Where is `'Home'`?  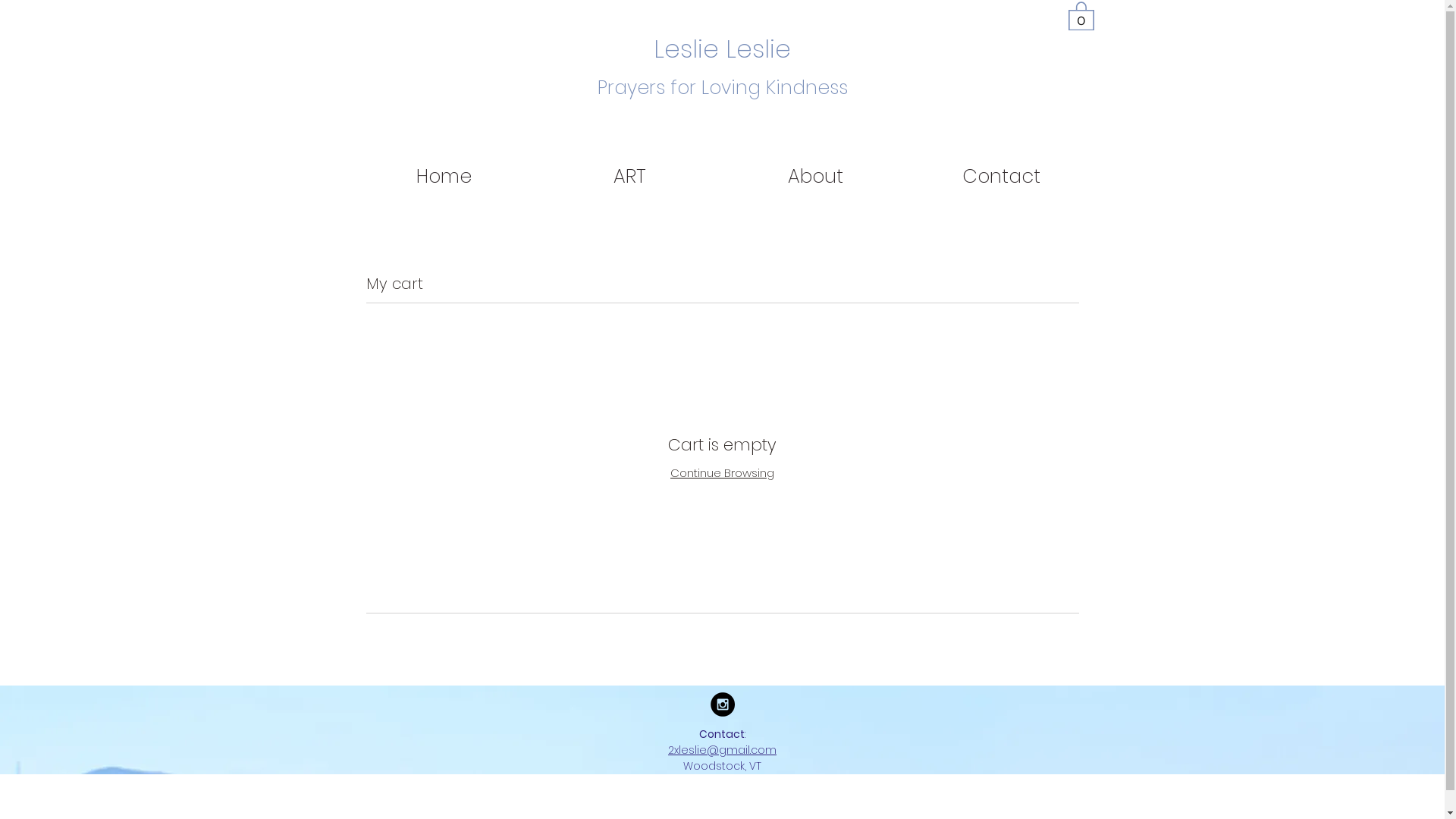
'Home' is located at coordinates (442, 175).